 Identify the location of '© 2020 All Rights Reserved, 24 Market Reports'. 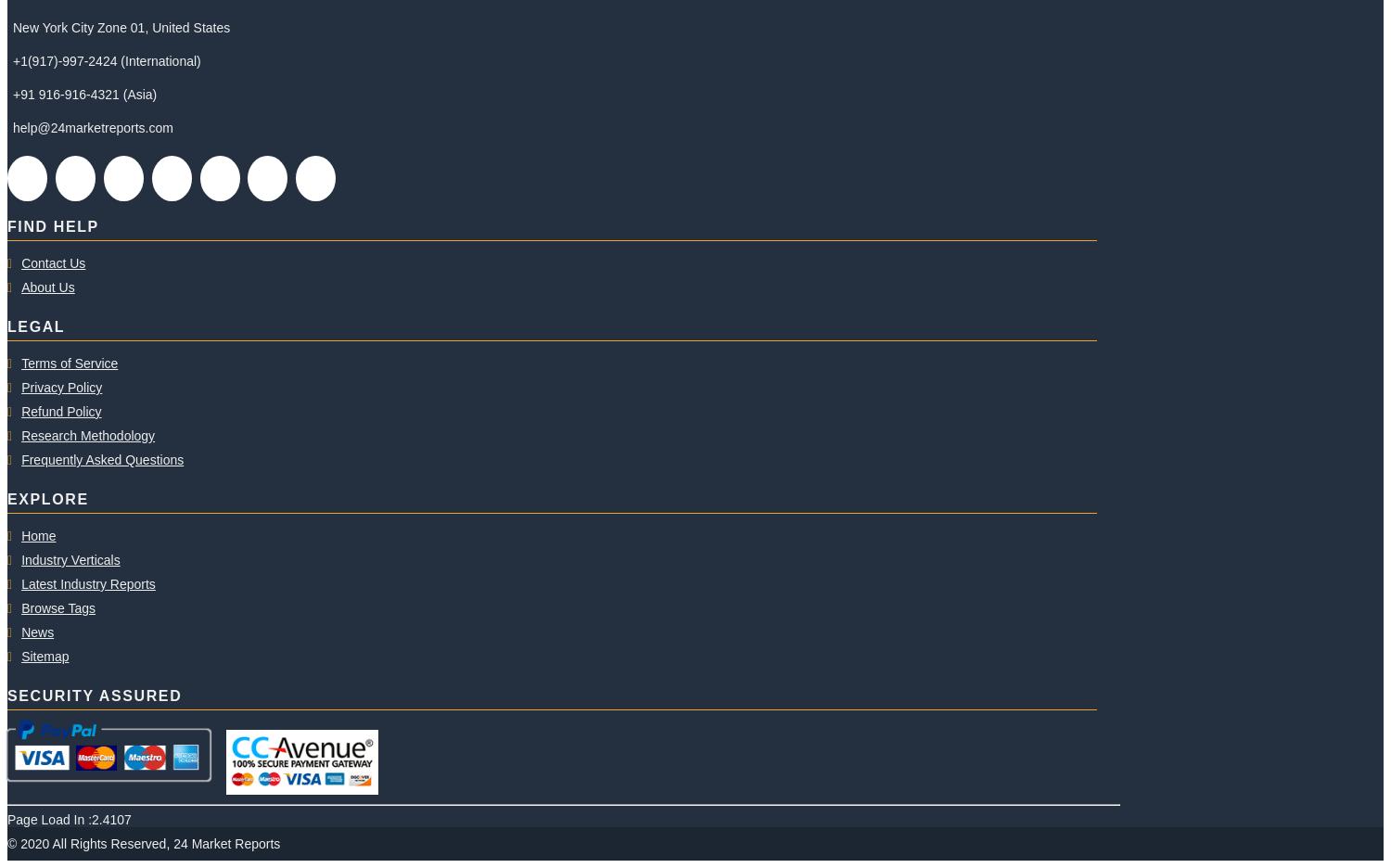
(6, 843).